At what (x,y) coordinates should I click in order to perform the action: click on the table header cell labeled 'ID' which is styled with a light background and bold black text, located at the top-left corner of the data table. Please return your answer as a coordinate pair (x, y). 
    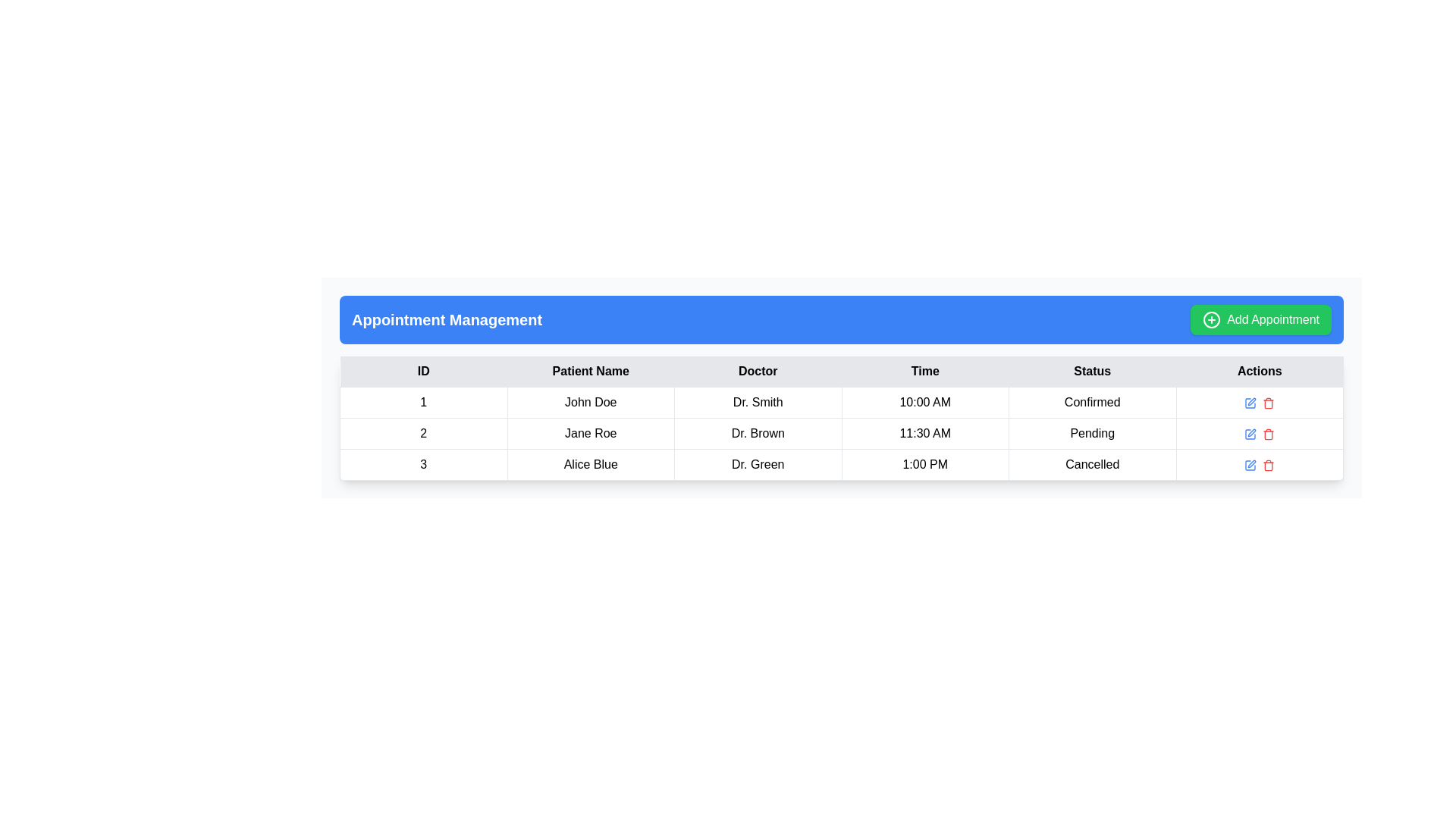
    Looking at the image, I should click on (423, 372).